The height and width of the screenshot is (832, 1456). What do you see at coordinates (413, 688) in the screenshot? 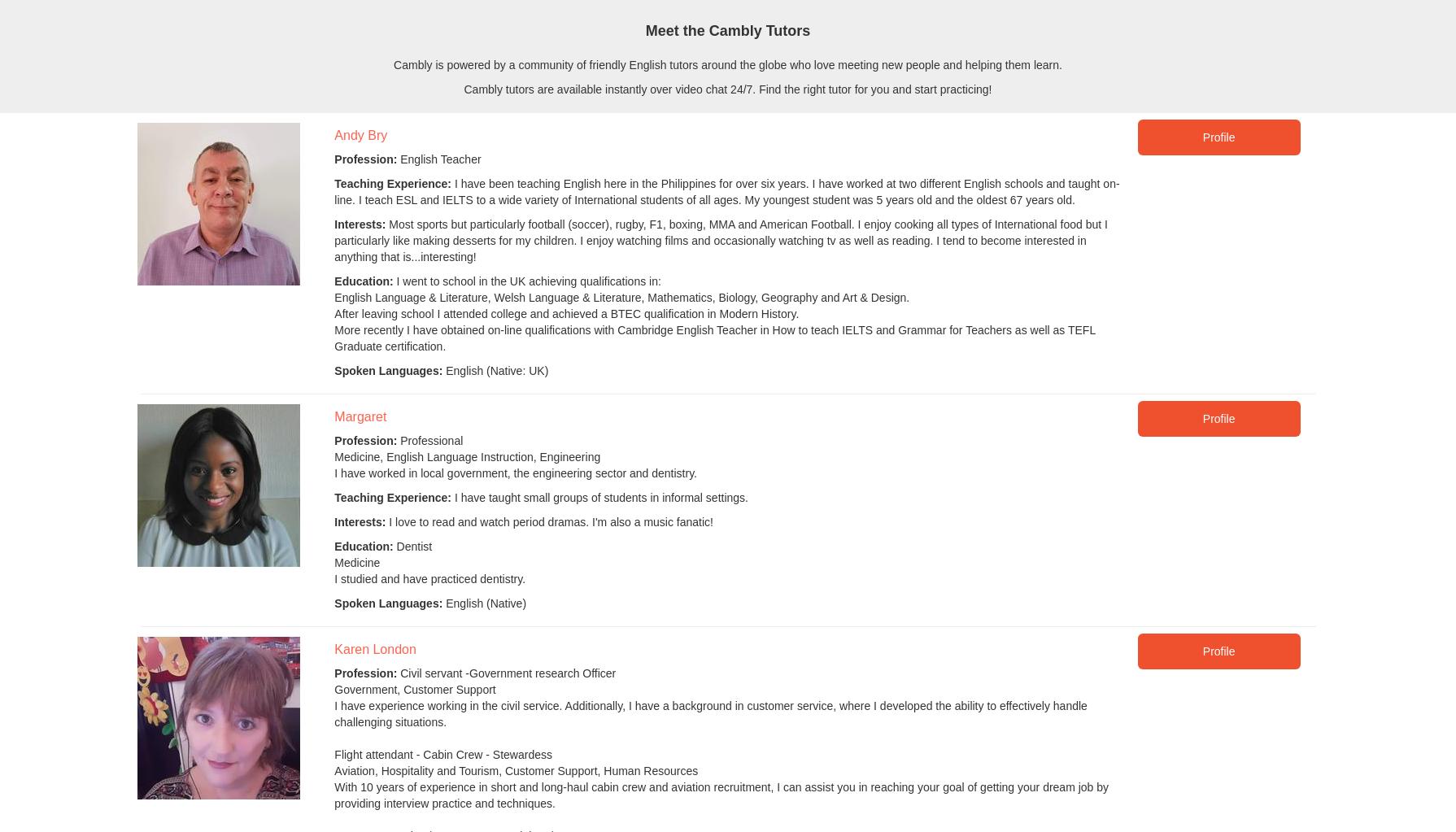
I see `'Government, Customer Support'` at bounding box center [413, 688].